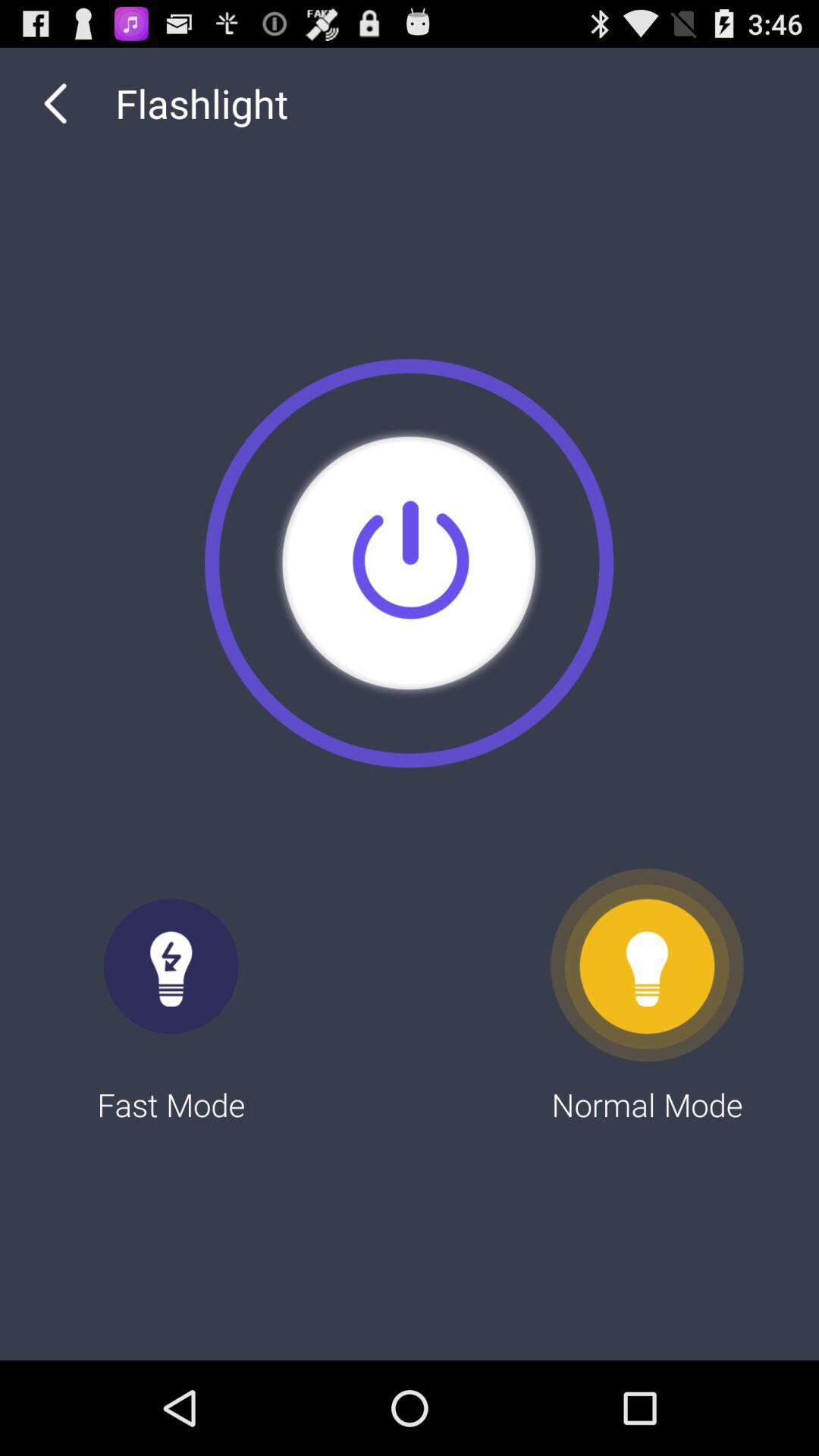  I want to click on icon above fast mode item, so click(55, 102).